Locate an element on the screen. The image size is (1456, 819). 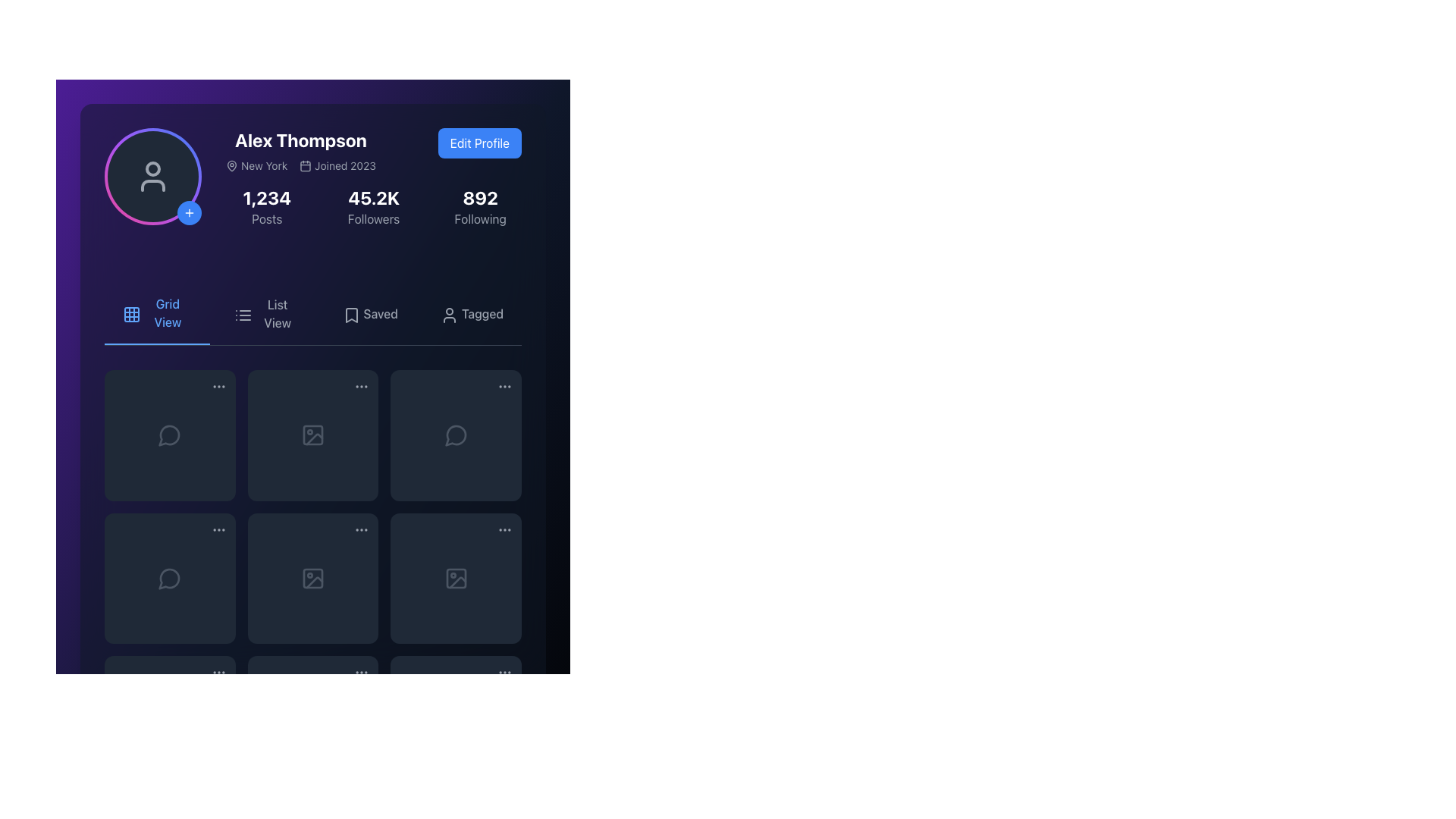
the user avatar icon located centrally within the profile section to initiate a user-related action is located at coordinates (152, 175).